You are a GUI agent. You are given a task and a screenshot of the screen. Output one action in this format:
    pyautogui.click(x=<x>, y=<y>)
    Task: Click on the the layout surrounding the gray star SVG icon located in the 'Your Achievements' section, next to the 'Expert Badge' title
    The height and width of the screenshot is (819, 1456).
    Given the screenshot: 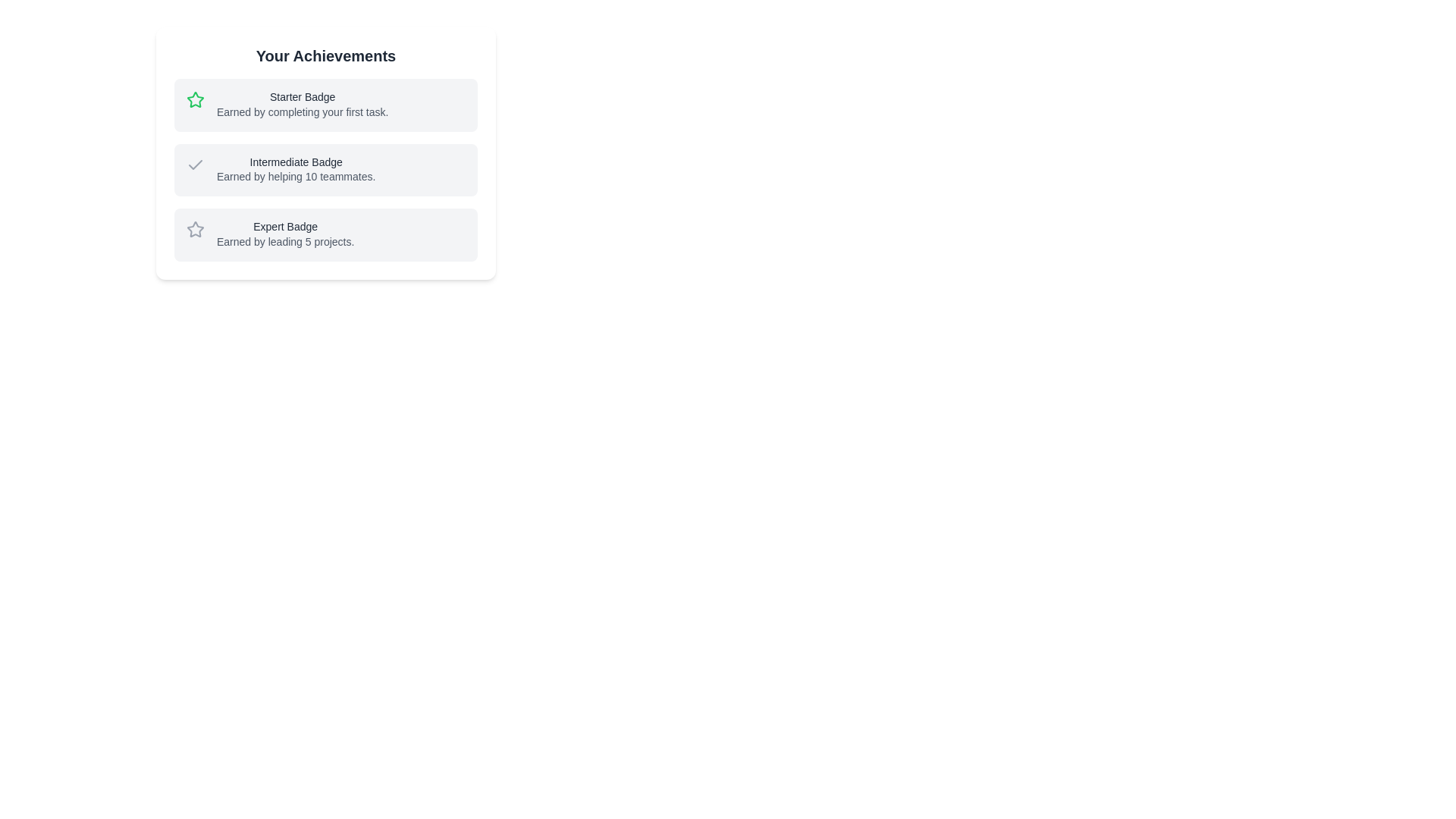 What is the action you would take?
    pyautogui.click(x=195, y=229)
    